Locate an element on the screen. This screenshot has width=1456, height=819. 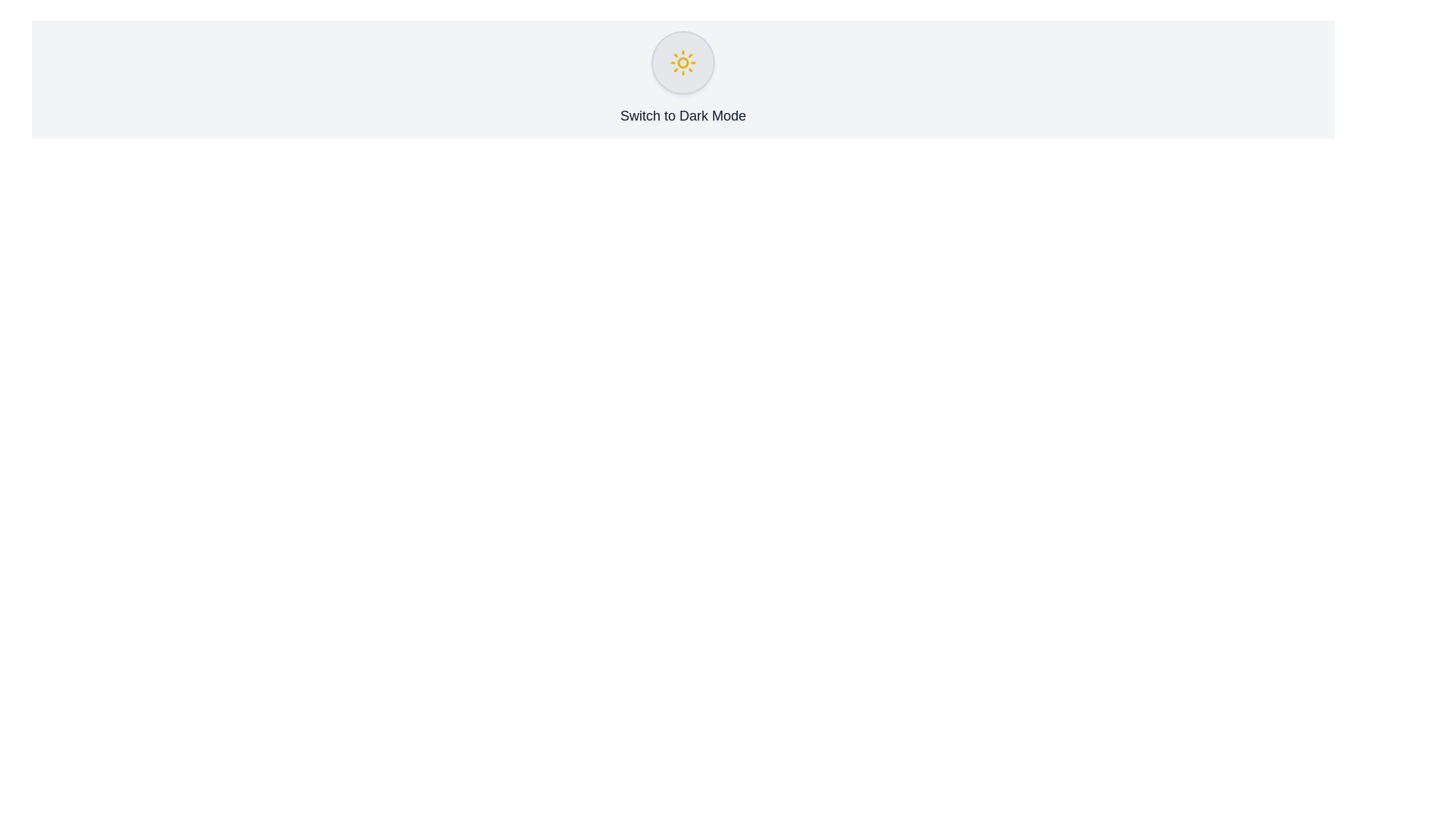
the small, centered circular shape within the sun icon, which is characterized by a bright yellow color and located just above the 'Switch to Dark Mode' text is located at coordinates (682, 62).